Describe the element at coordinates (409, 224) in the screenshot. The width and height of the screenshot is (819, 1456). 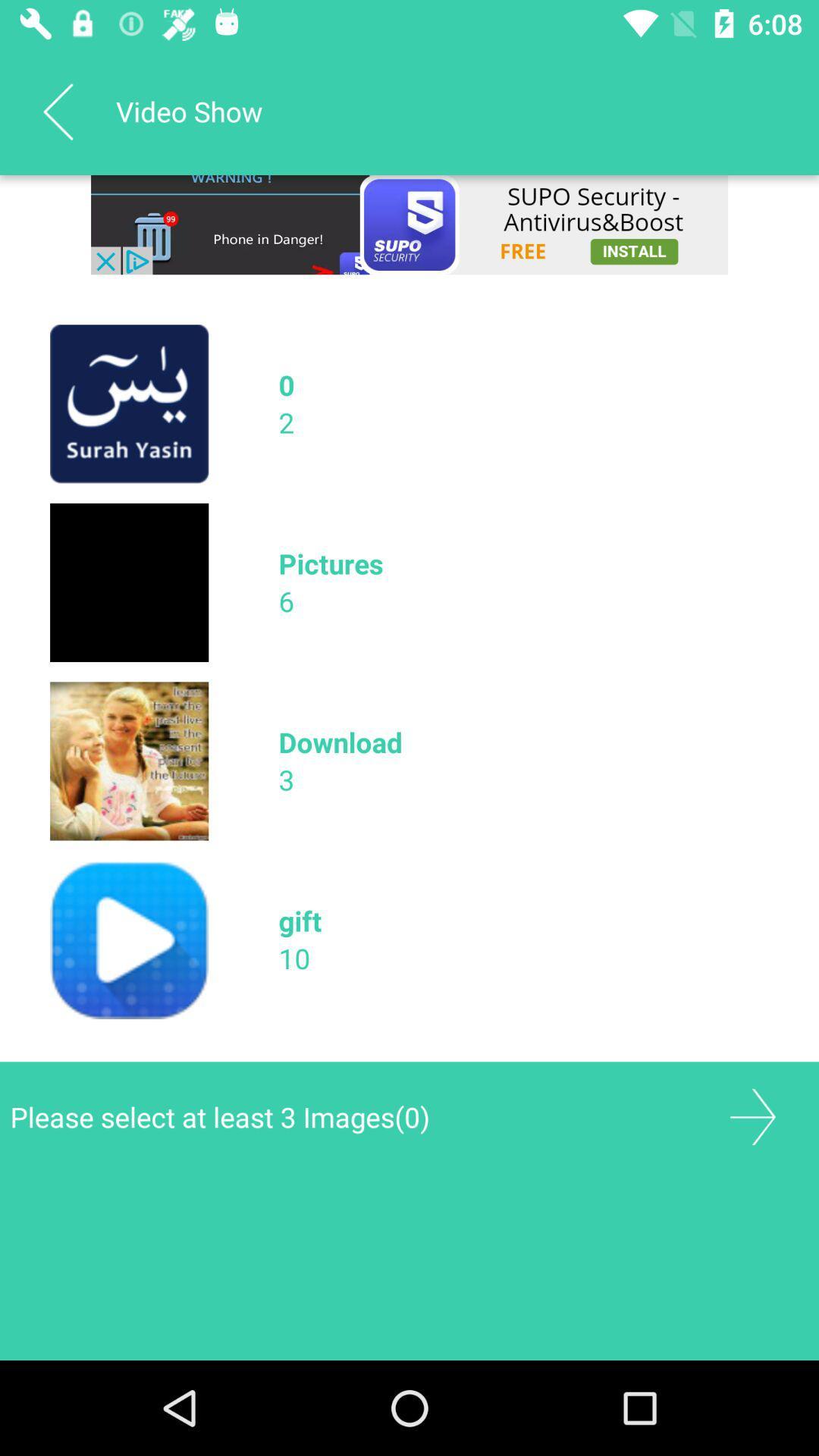
I see `remove the add` at that location.